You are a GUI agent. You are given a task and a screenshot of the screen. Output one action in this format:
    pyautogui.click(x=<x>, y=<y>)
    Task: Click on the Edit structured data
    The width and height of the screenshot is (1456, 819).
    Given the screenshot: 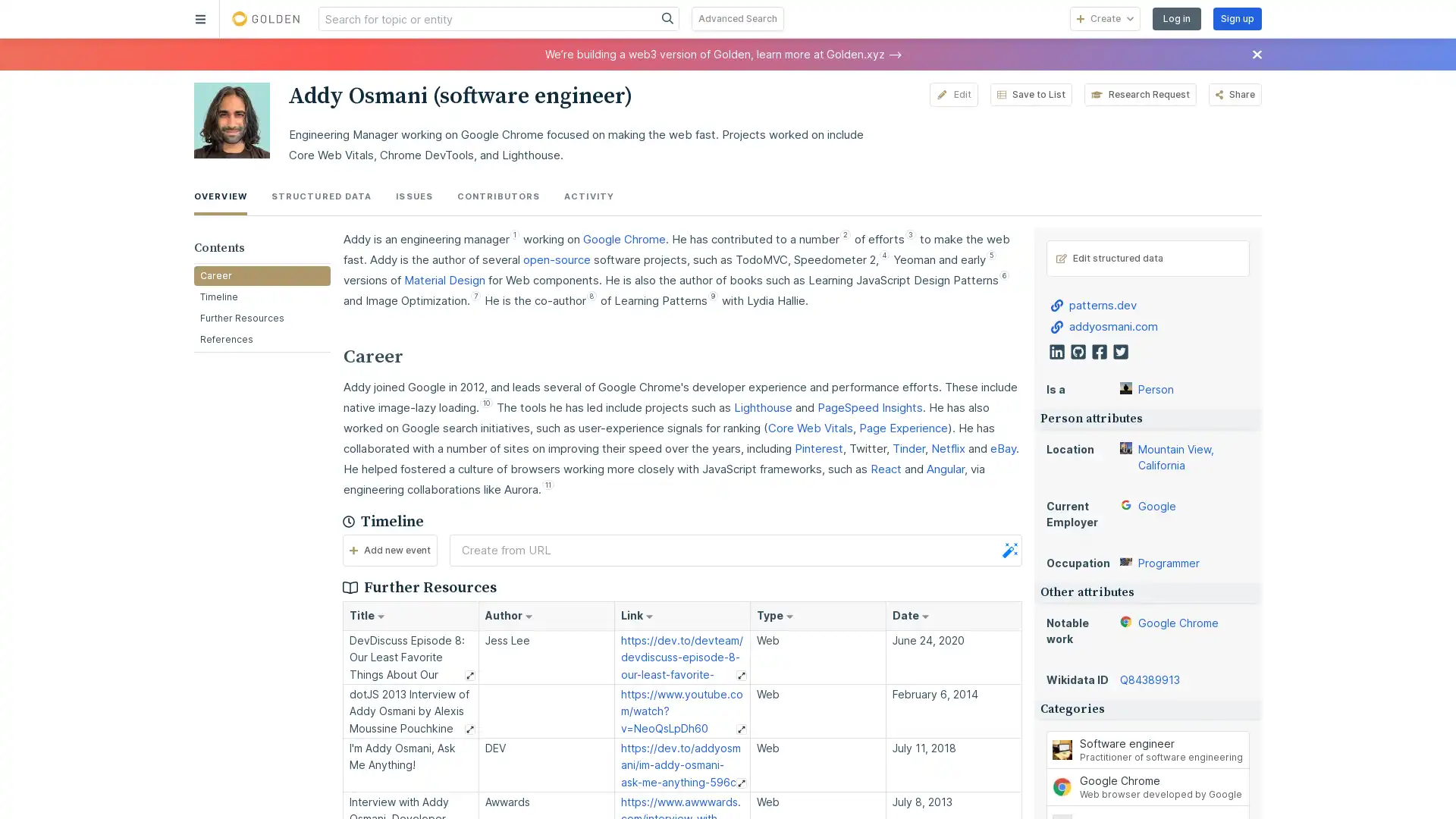 What is the action you would take?
    pyautogui.click(x=1147, y=256)
    